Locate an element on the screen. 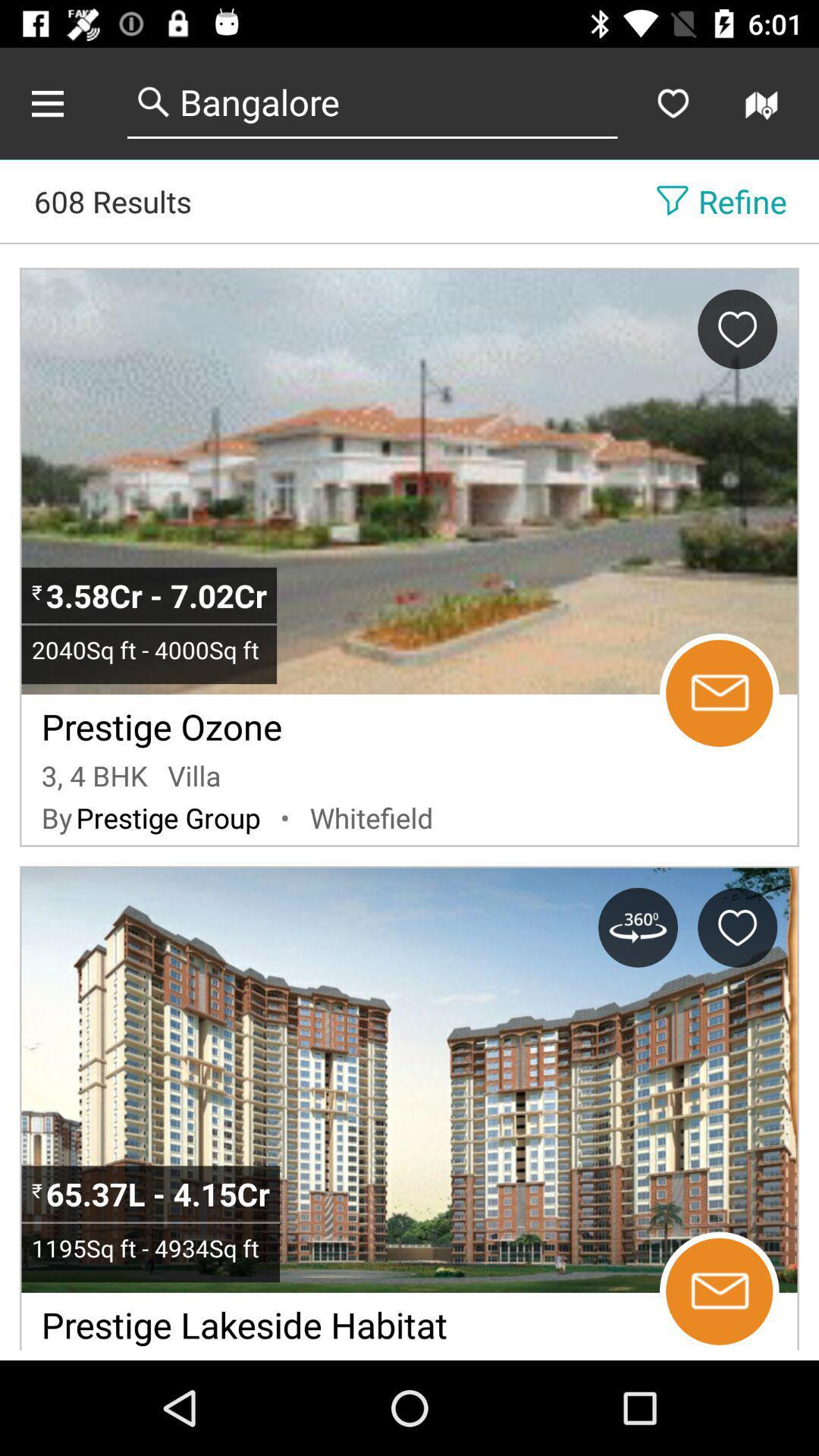 Image resolution: width=819 pixels, height=1456 pixels. share the article is located at coordinates (63, 102).